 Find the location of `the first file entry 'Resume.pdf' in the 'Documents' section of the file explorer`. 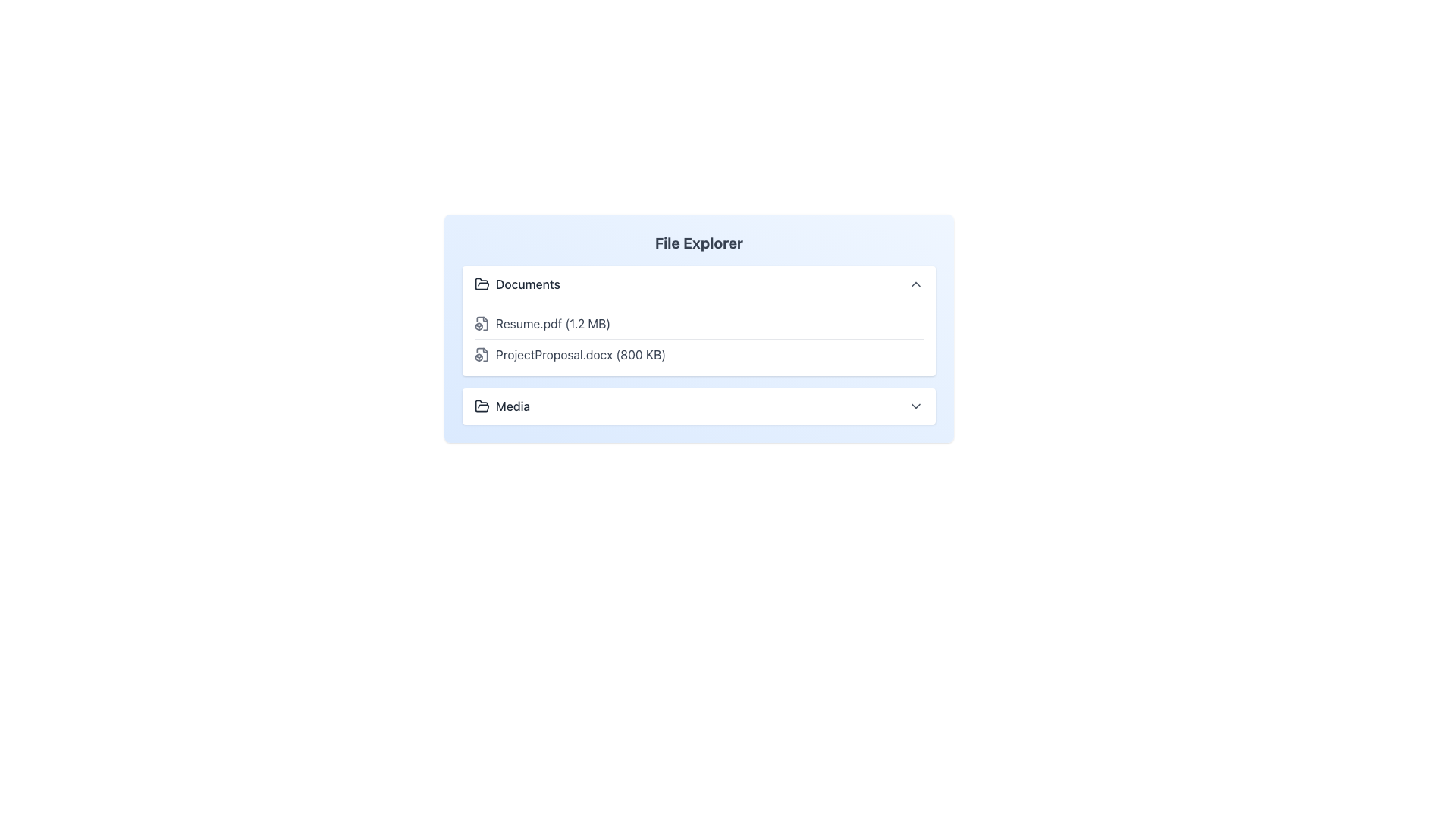

the first file entry 'Resume.pdf' in the 'Documents' section of the file explorer is located at coordinates (542, 323).